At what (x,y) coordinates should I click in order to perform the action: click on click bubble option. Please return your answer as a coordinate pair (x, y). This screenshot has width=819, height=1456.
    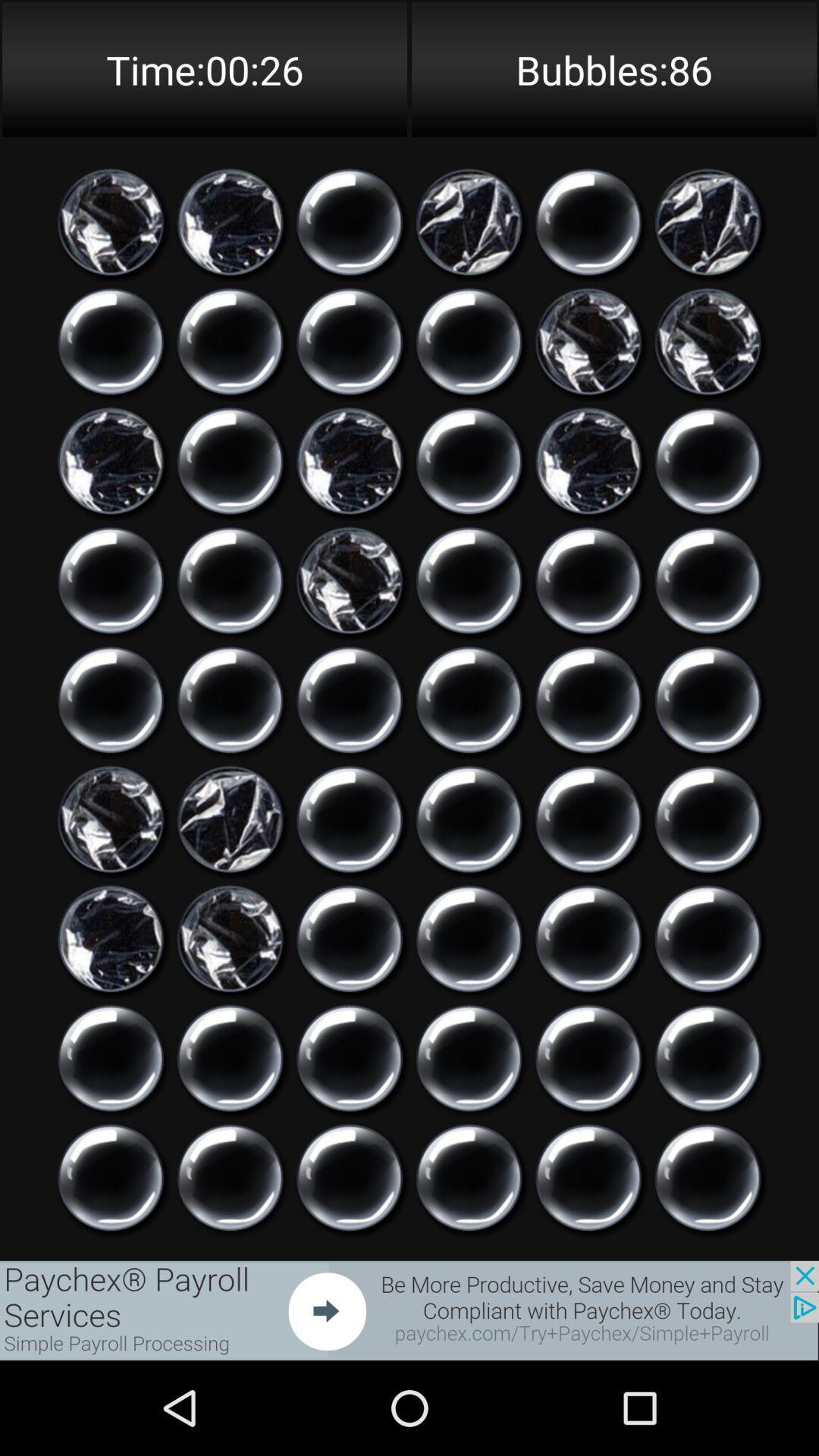
    Looking at the image, I should click on (468, 460).